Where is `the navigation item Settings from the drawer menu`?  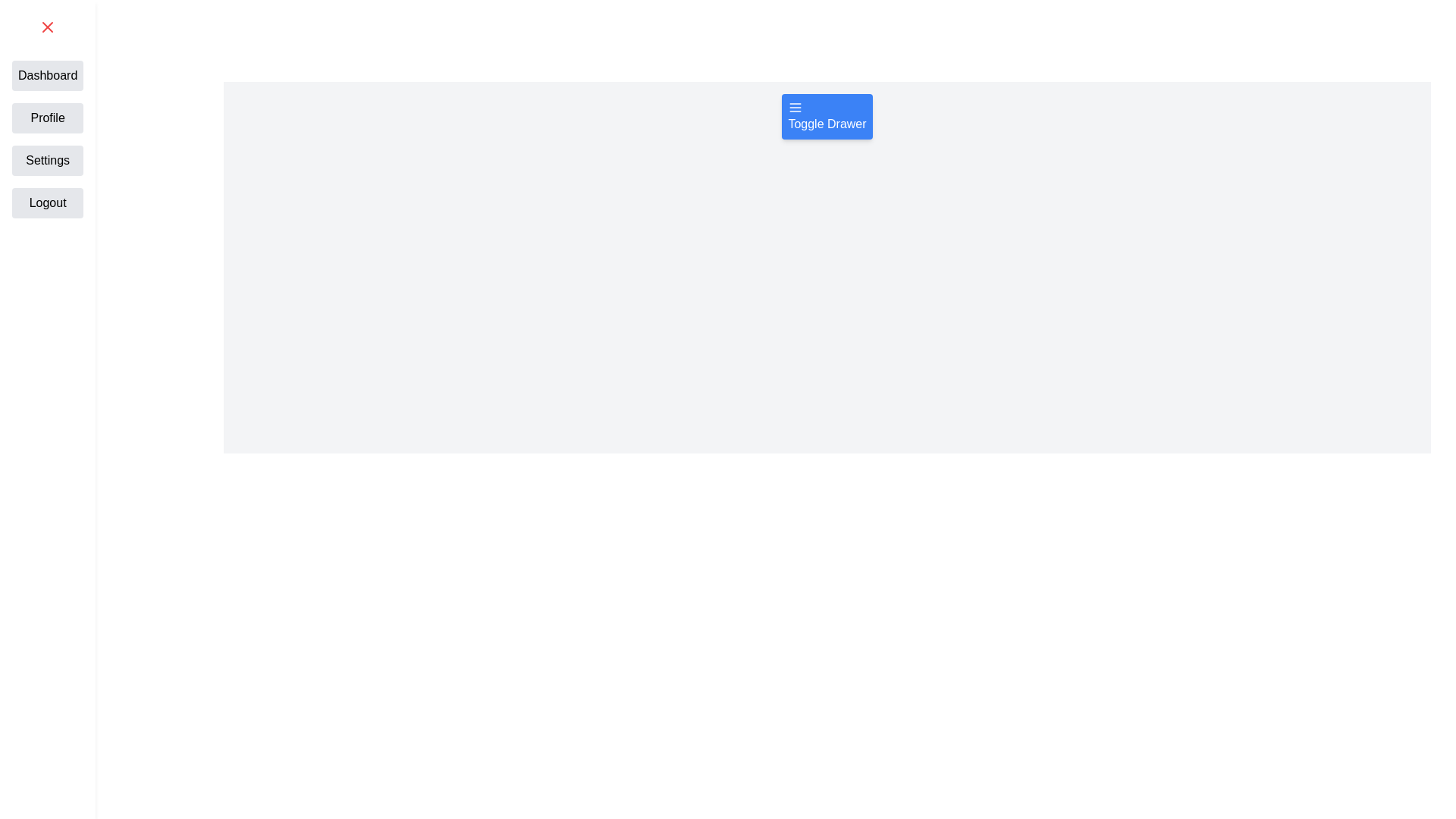 the navigation item Settings from the drawer menu is located at coordinates (47, 161).